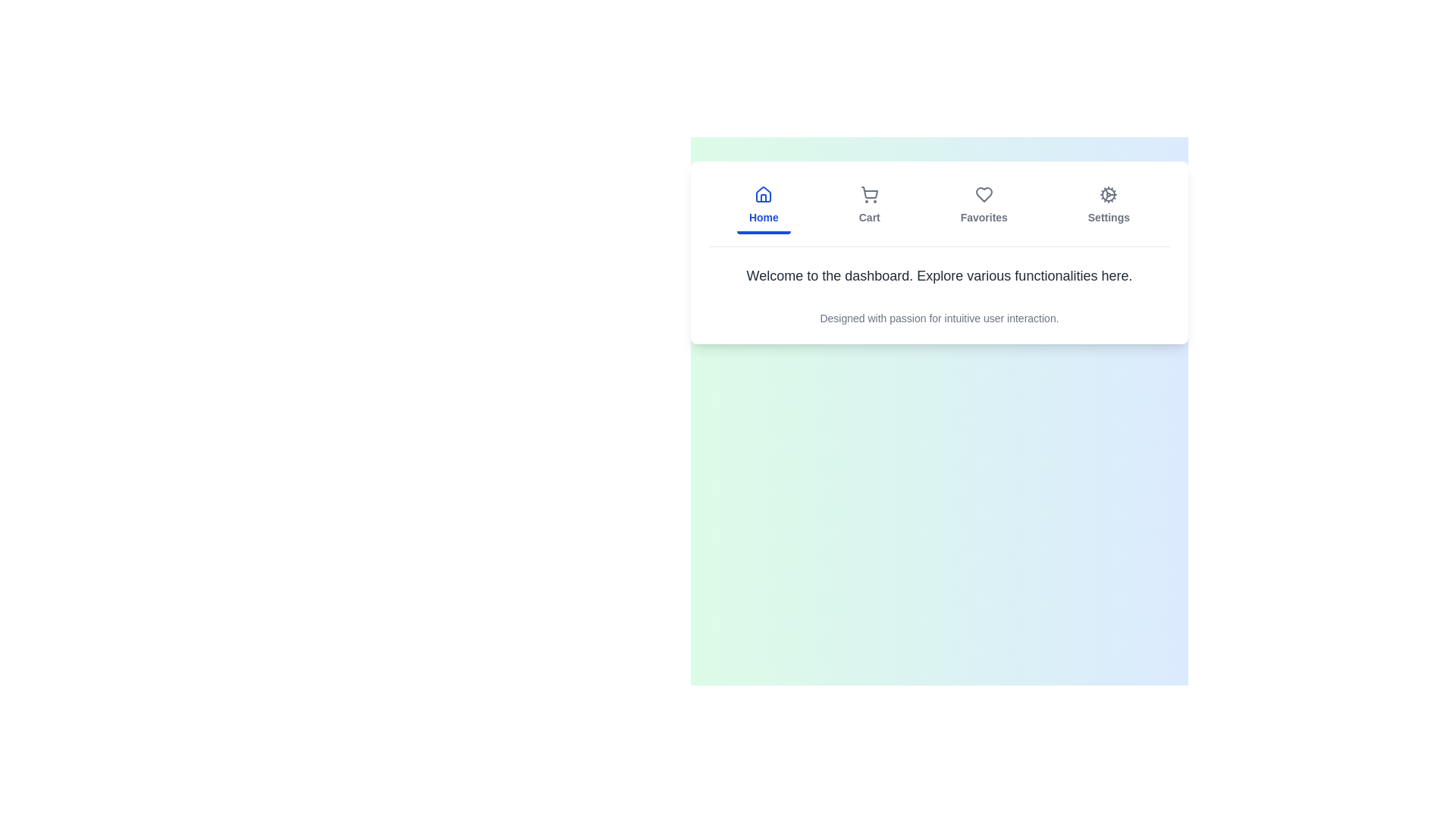 The height and width of the screenshot is (819, 1456). What do you see at coordinates (938, 213) in the screenshot?
I see `the Navigation Bar to switch between sections of the application such as Home, Cart, Favorites, and Settings` at bounding box center [938, 213].